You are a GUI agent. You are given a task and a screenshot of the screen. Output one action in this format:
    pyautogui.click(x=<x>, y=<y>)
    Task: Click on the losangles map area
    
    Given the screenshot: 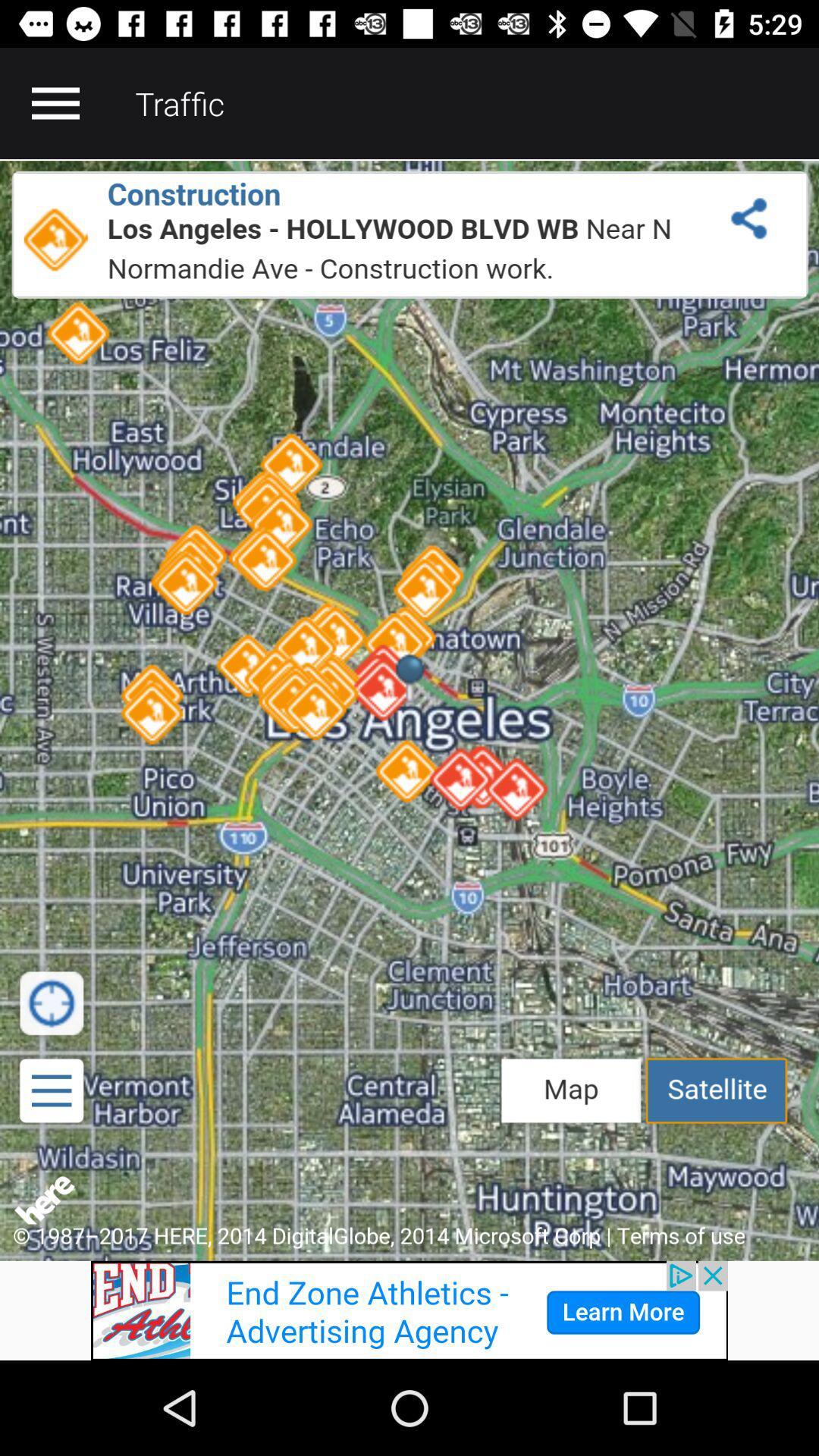 What is the action you would take?
    pyautogui.click(x=409, y=709)
    